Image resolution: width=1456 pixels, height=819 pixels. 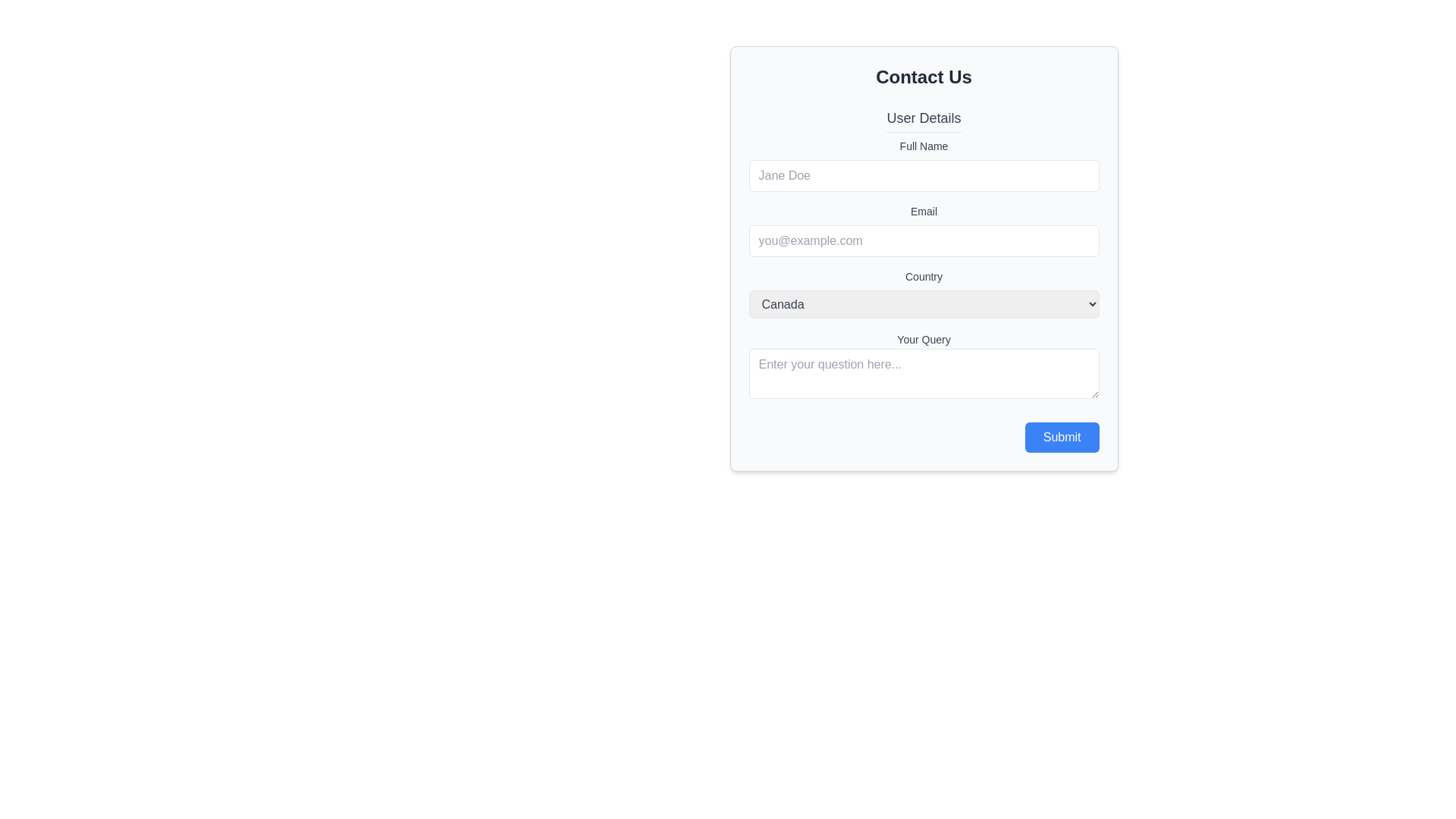 I want to click on the blue 'Submit' button located at the bottom-right corner of the form, so click(x=1061, y=438).